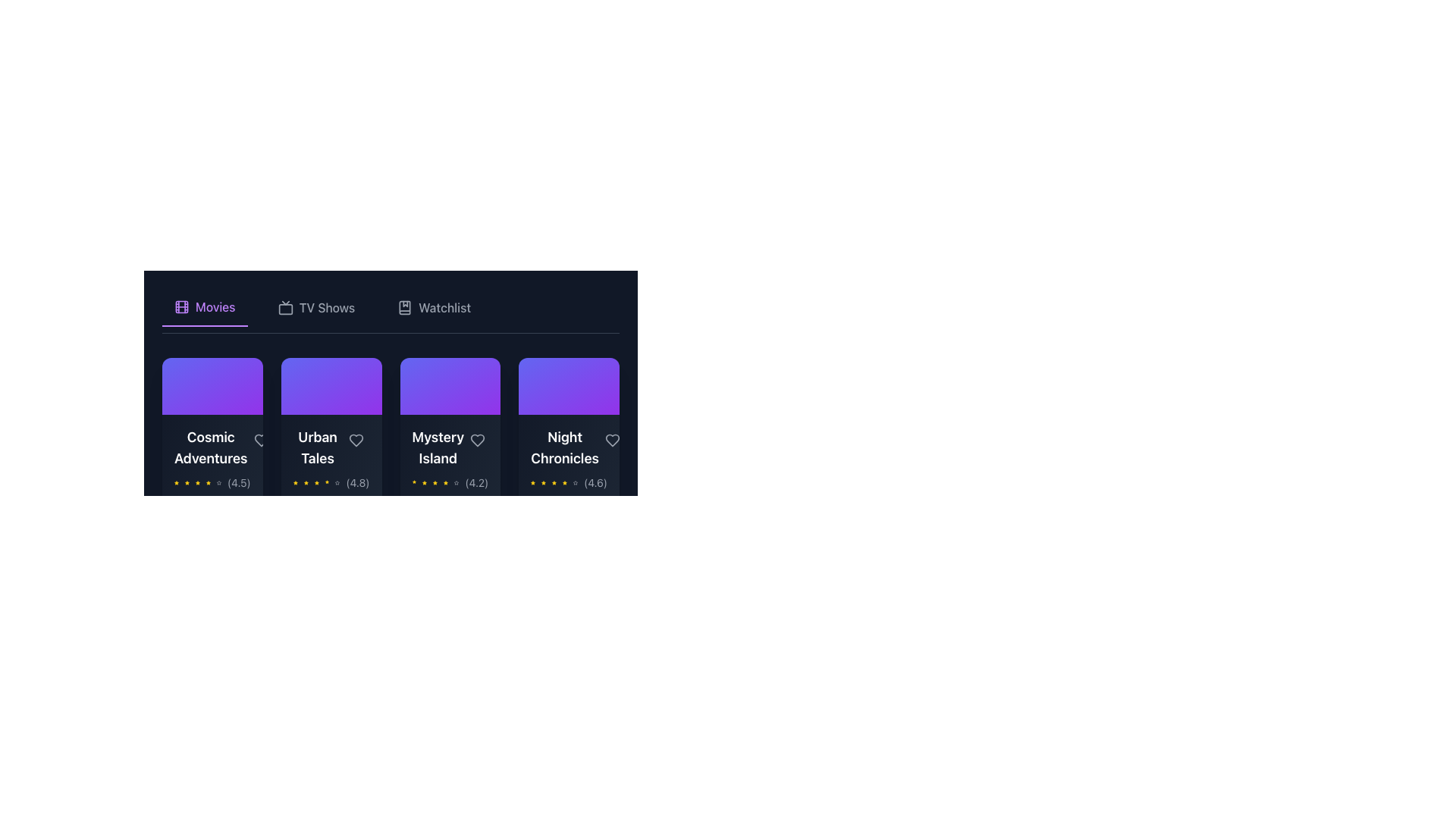  Describe the element at coordinates (323, 570) in the screenshot. I see `the button that allows users to add an item to their list for tracking or saving, positioned towards the left side below the movie listings to observe hover effects` at that location.